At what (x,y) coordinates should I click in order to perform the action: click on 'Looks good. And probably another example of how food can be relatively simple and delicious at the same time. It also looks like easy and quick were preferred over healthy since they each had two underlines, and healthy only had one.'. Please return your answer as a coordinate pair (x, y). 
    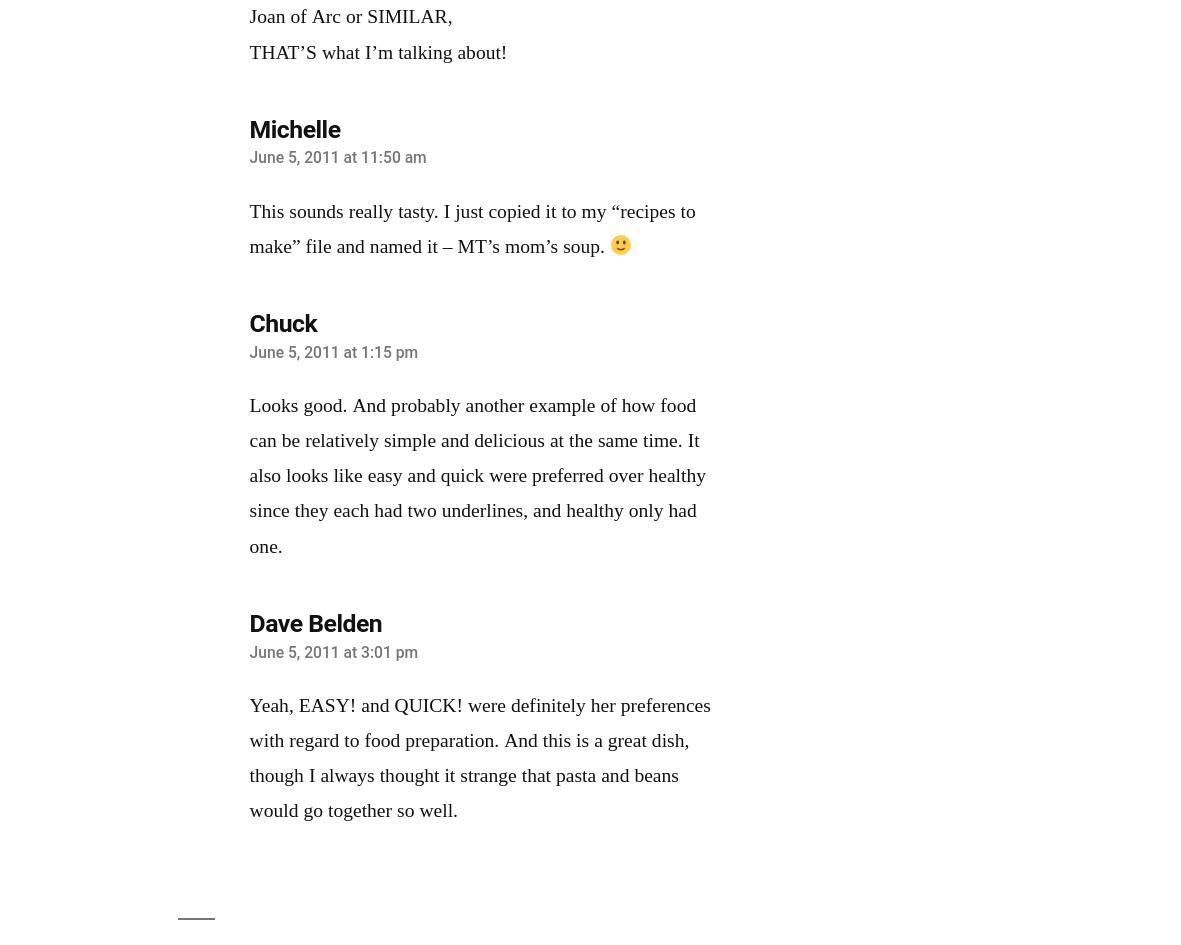
    Looking at the image, I should click on (476, 474).